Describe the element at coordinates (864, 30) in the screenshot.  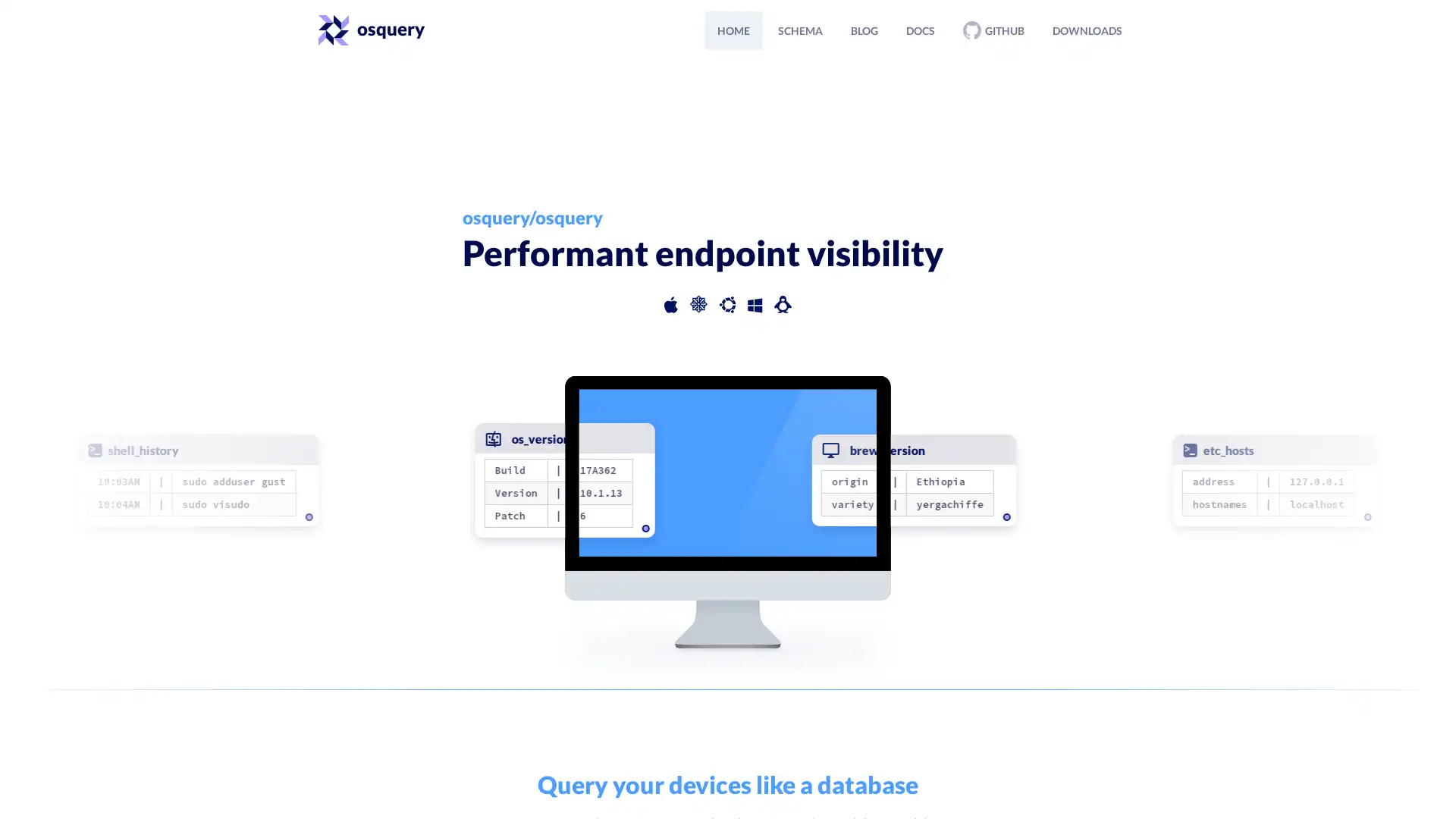
I see `BLOG` at that location.